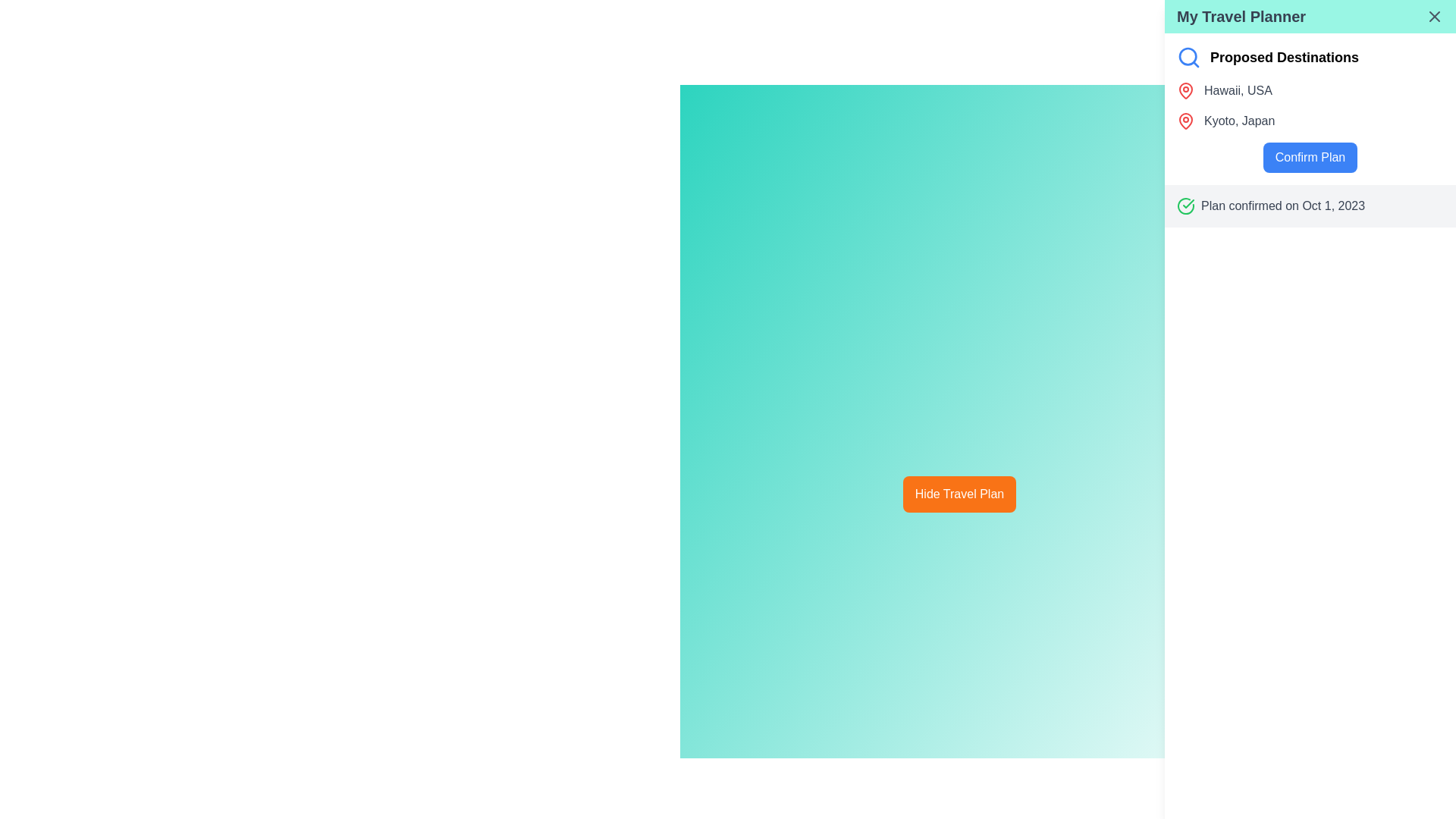 The height and width of the screenshot is (819, 1456). What do you see at coordinates (959, 494) in the screenshot?
I see `the button that collapses the travel plan section to observe hover effects` at bounding box center [959, 494].